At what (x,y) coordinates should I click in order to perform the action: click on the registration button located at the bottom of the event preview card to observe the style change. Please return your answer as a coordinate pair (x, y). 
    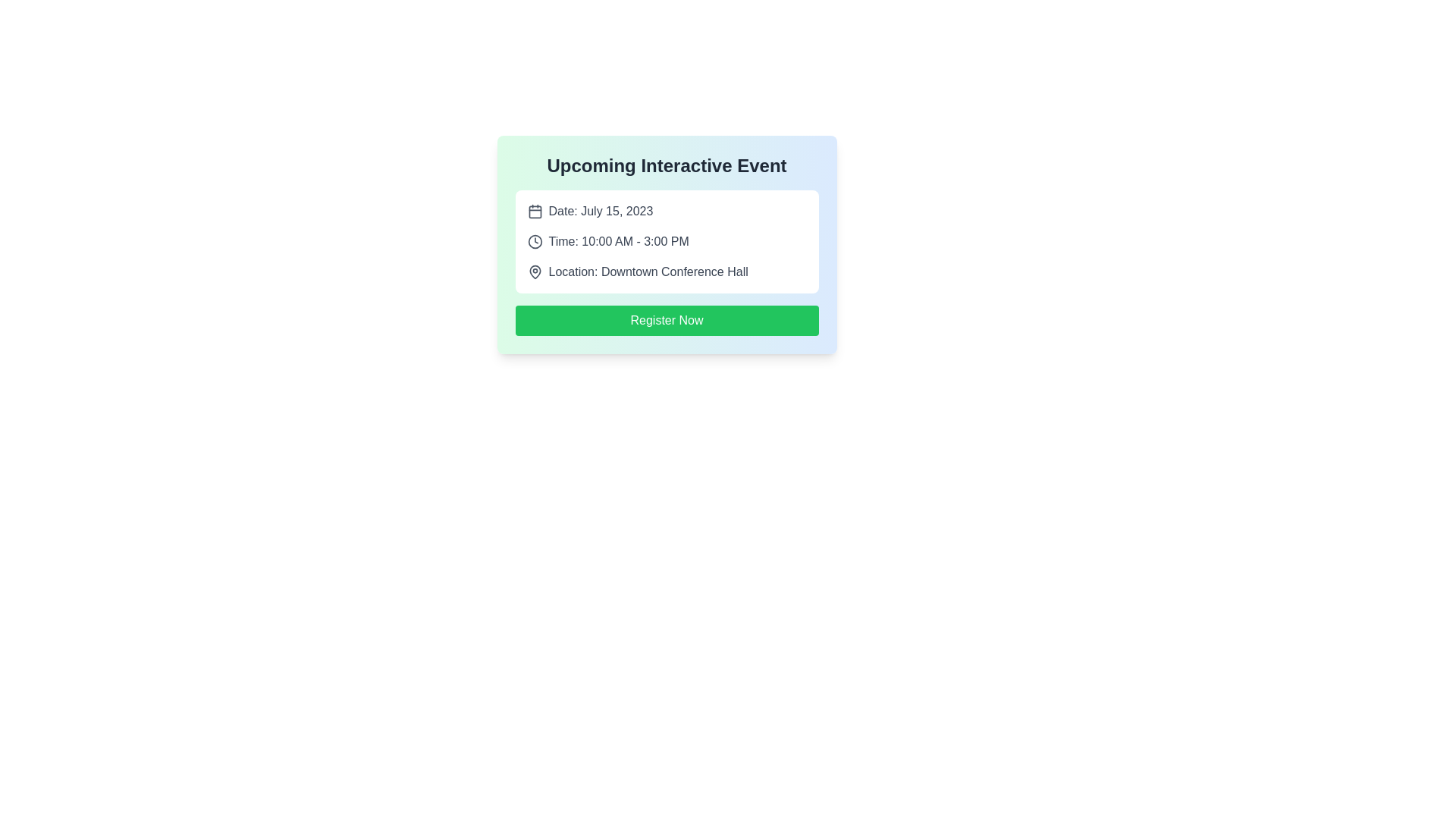
    Looking at the image, I should click on (667, 320).